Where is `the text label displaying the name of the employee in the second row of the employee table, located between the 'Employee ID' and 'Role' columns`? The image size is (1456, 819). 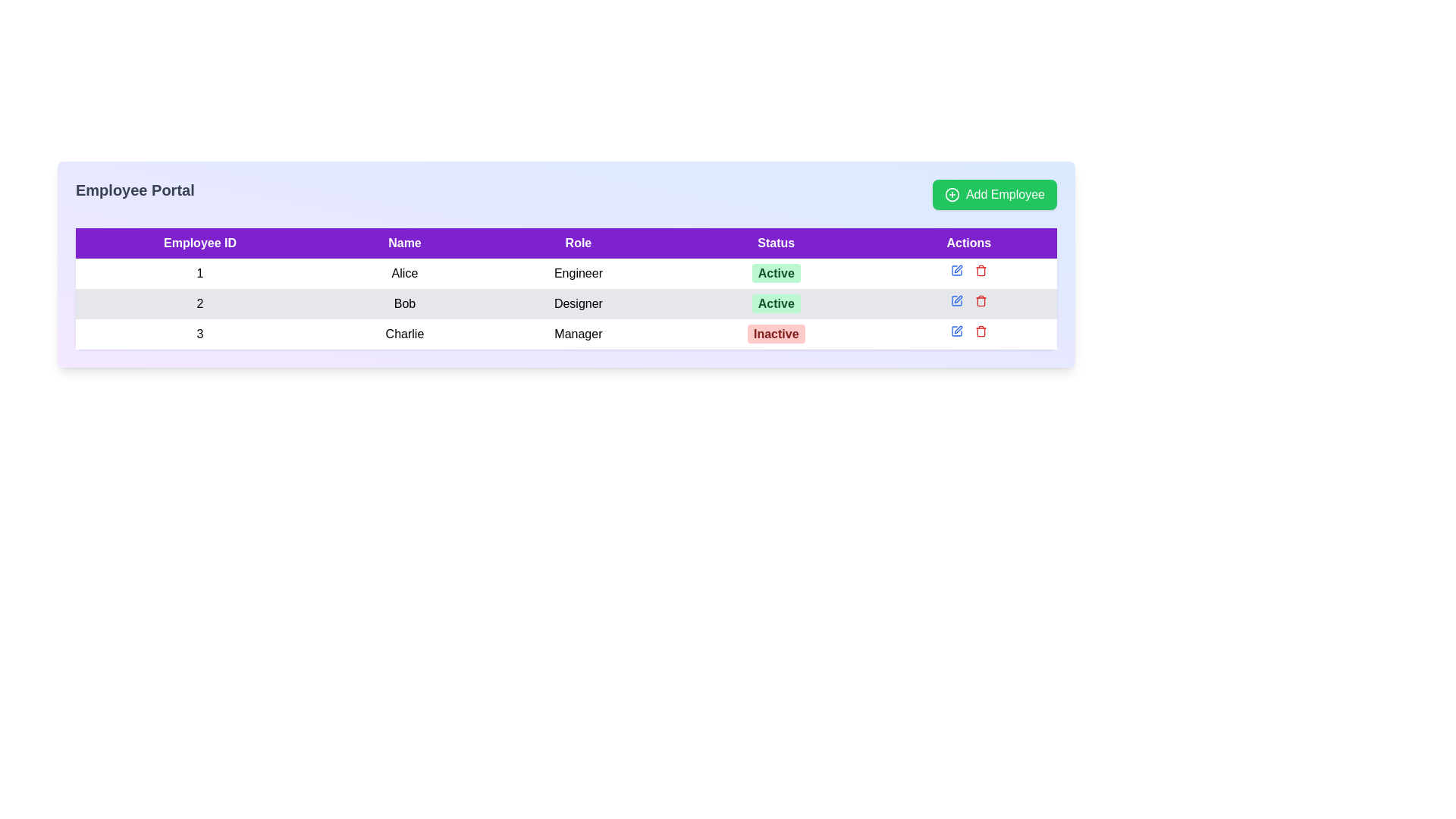 the text label displaying the name of the employee in the second row of the employee table, located between the 'Employee ID' and 'Role' columns is located at coordinates (404, 304).